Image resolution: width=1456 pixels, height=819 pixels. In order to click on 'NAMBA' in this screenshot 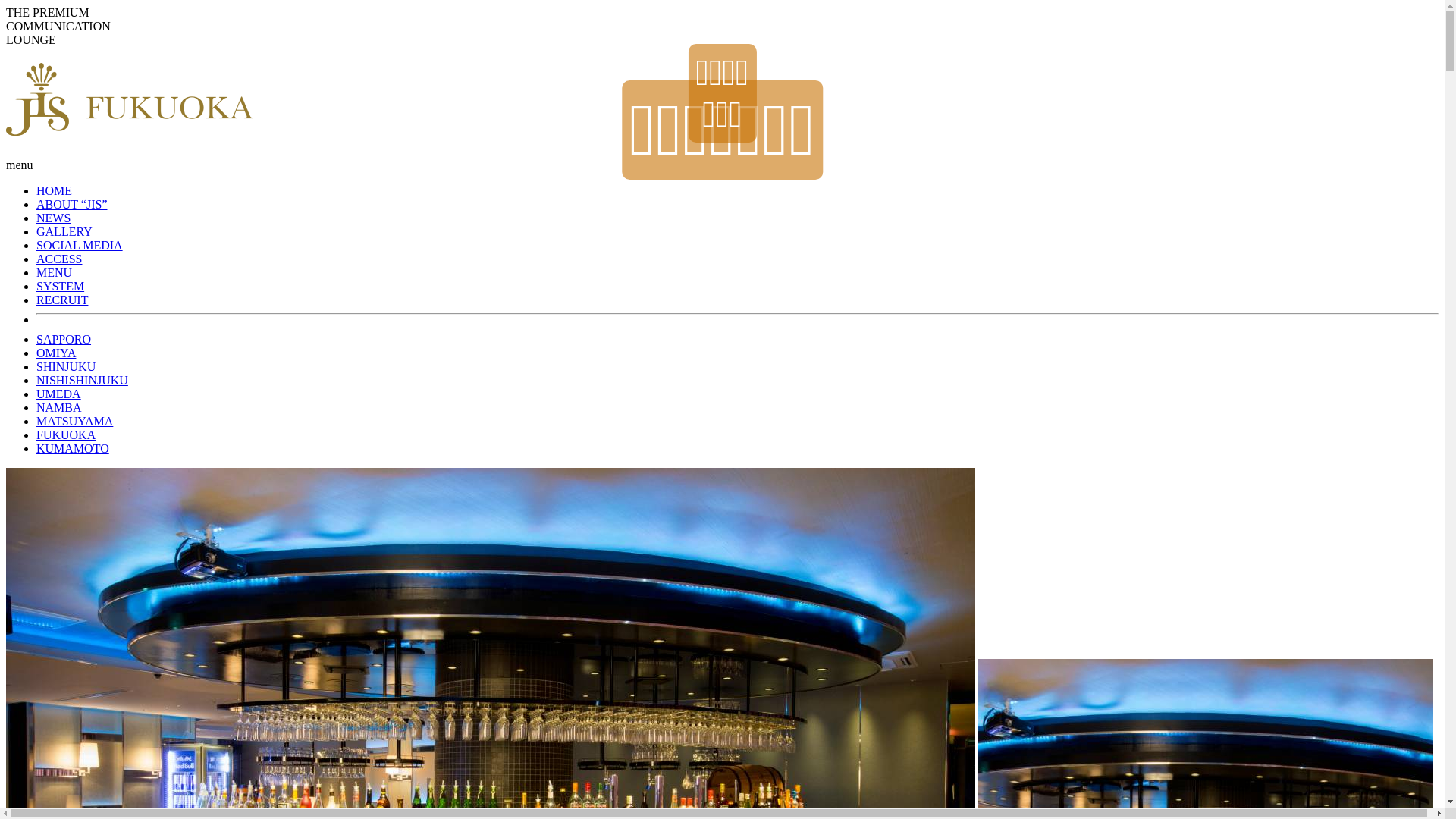, I will do `click(58, 406)`.